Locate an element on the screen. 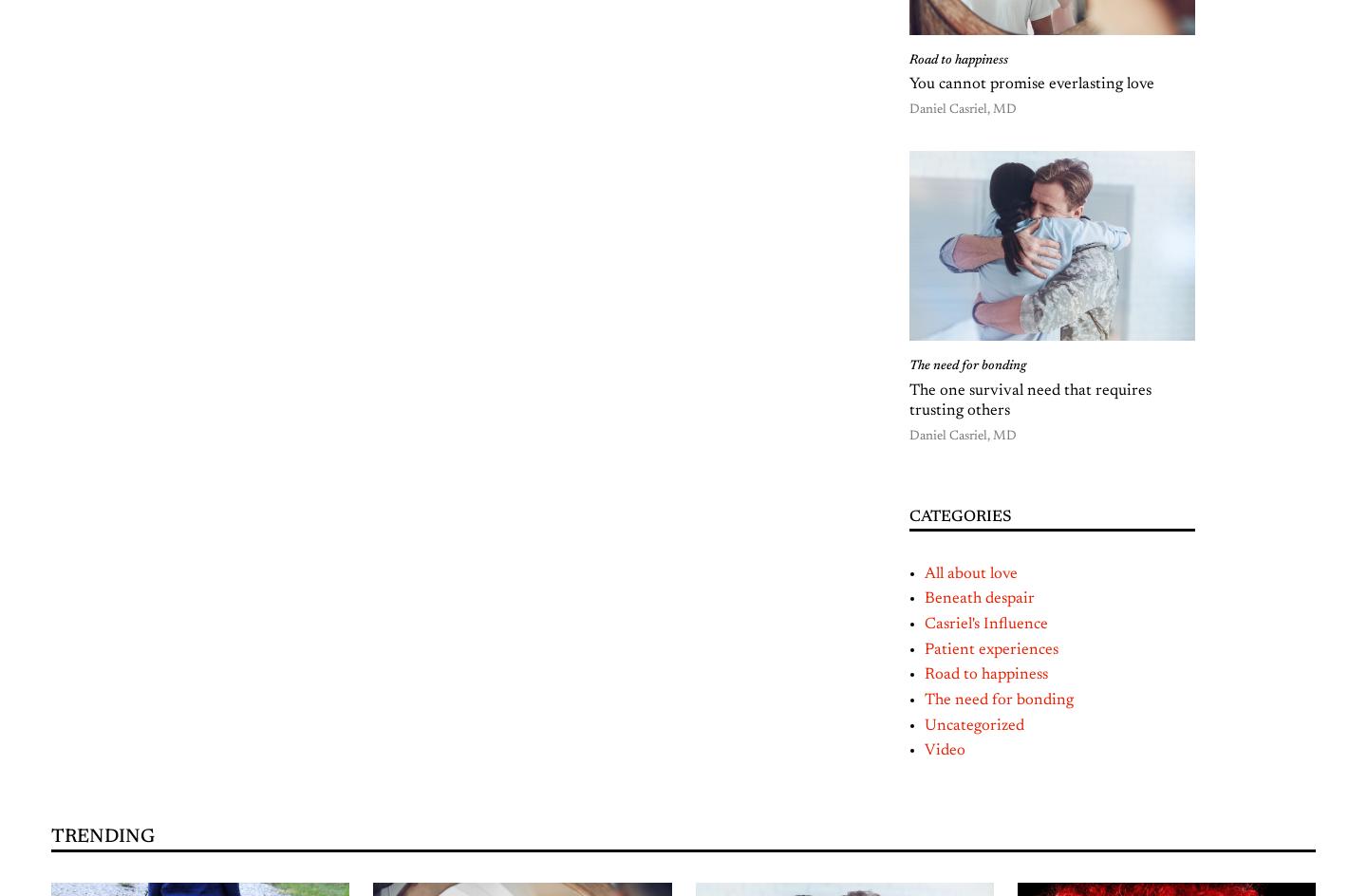  'All about love' is located at coordinates (970, 572).